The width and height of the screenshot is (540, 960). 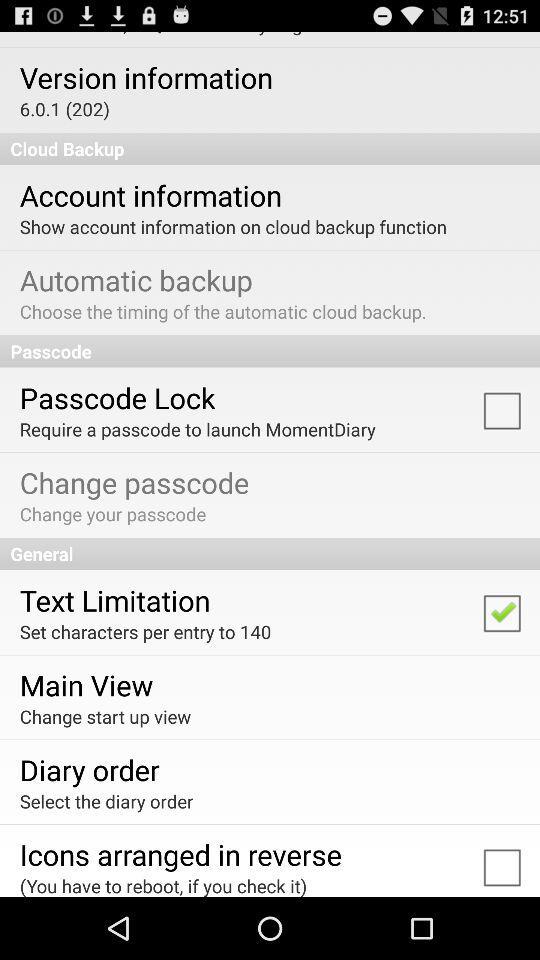 I want to click on the change start up app, so click(x=105, y=716).